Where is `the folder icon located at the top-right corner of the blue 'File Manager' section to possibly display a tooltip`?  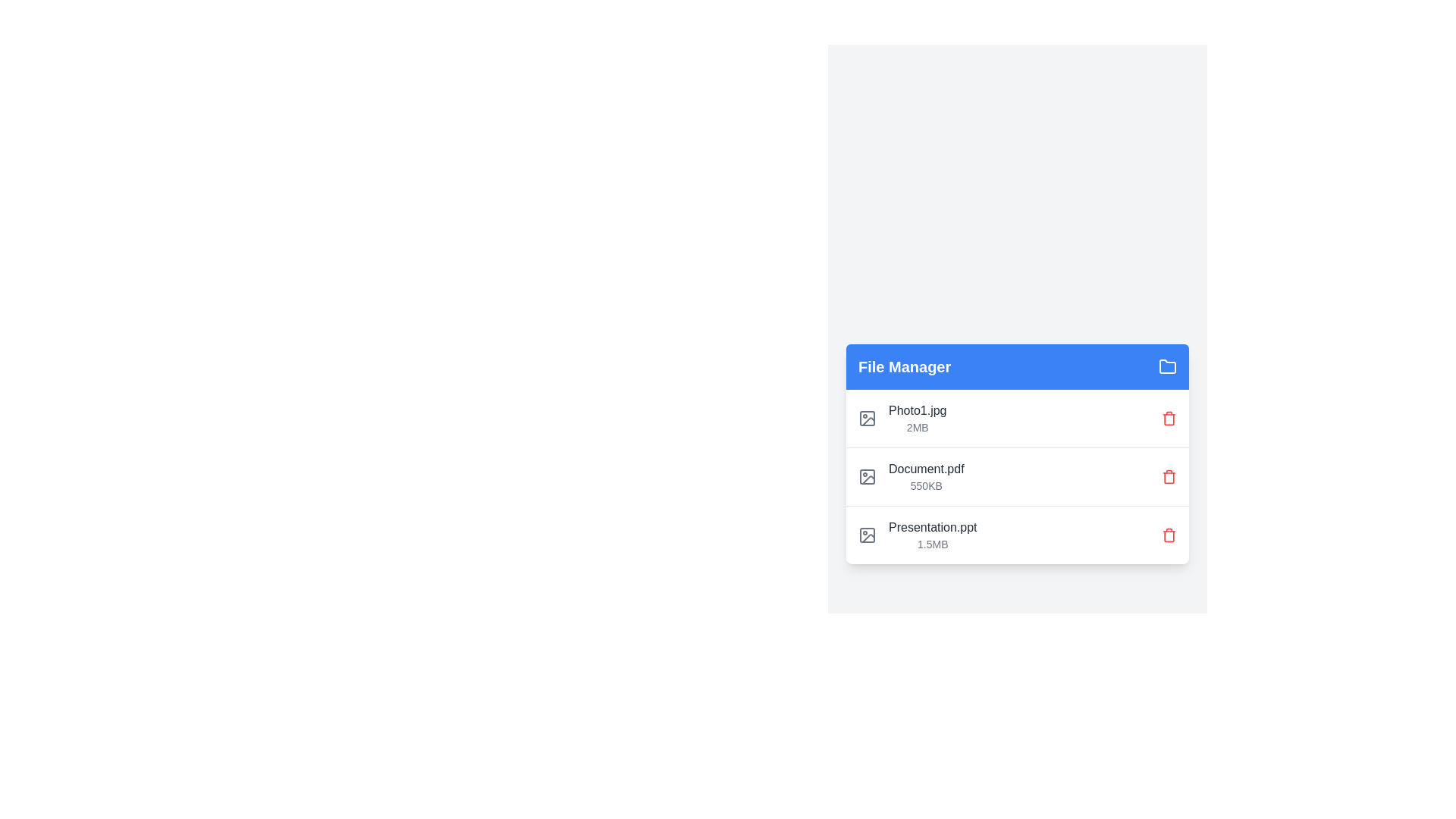
the folder icon located at the top-right corner of the blue 'File Manager' section to possibly display a tooltip is located at coordinates (1167, 366).